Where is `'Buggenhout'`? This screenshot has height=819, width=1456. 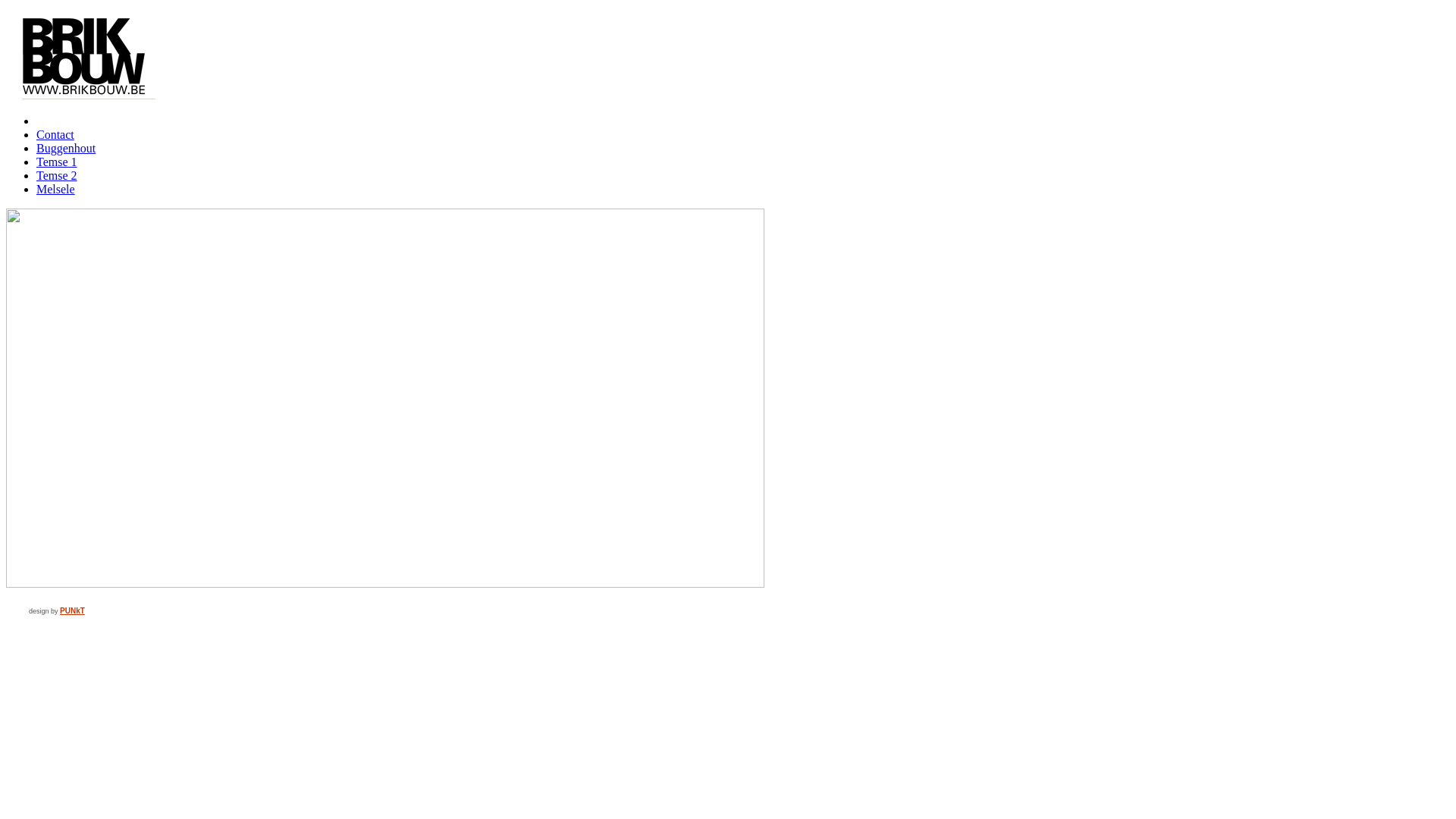 'Buggenhout' is located at coordinates (64, 148).